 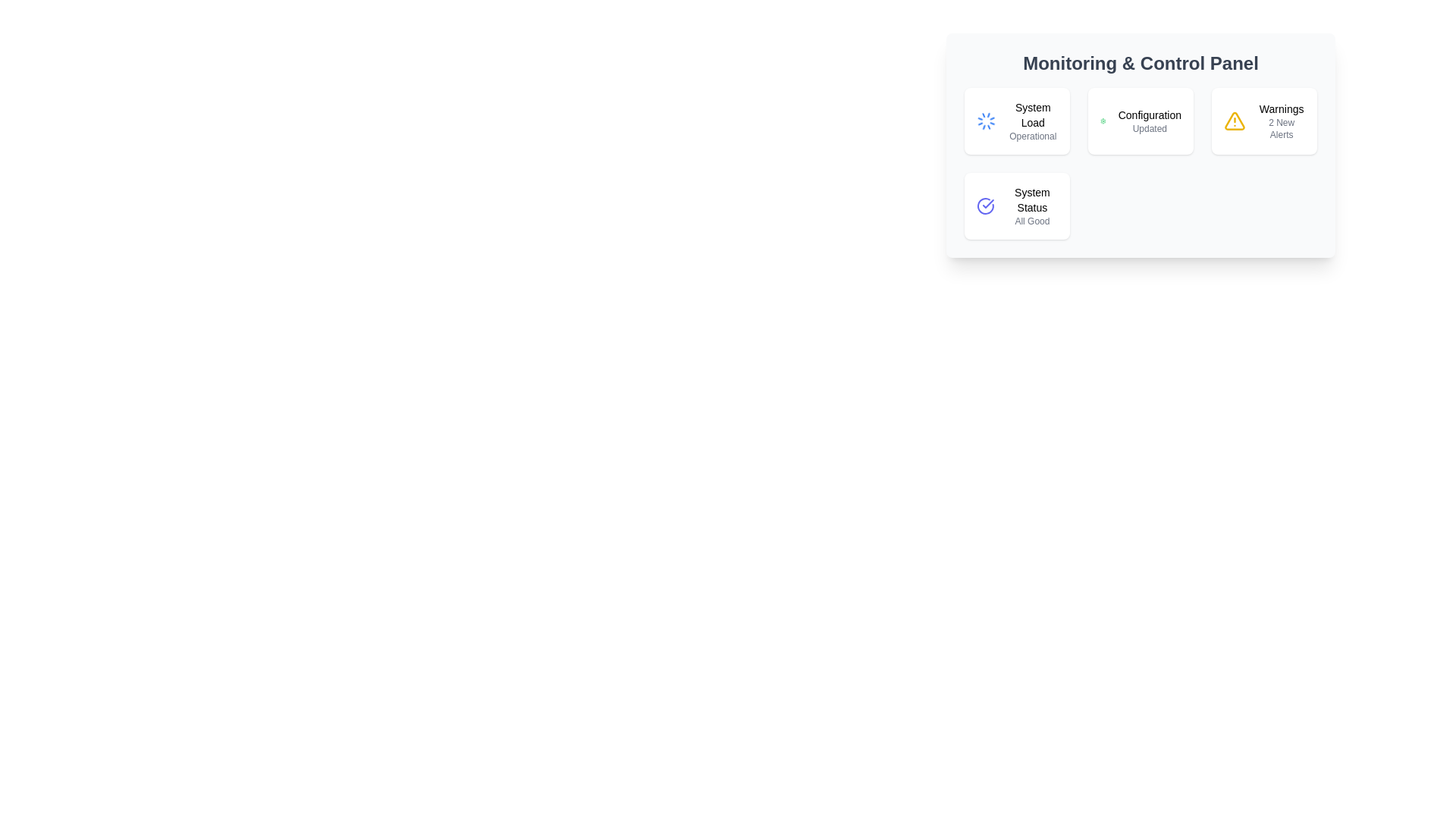 I want to click on the informational card that features a green gear icon, with the text 'Configuration' in bold above 'Updated', positioned centrally in the grid layout as the second card in the second row, so click(x=1141, y=120).